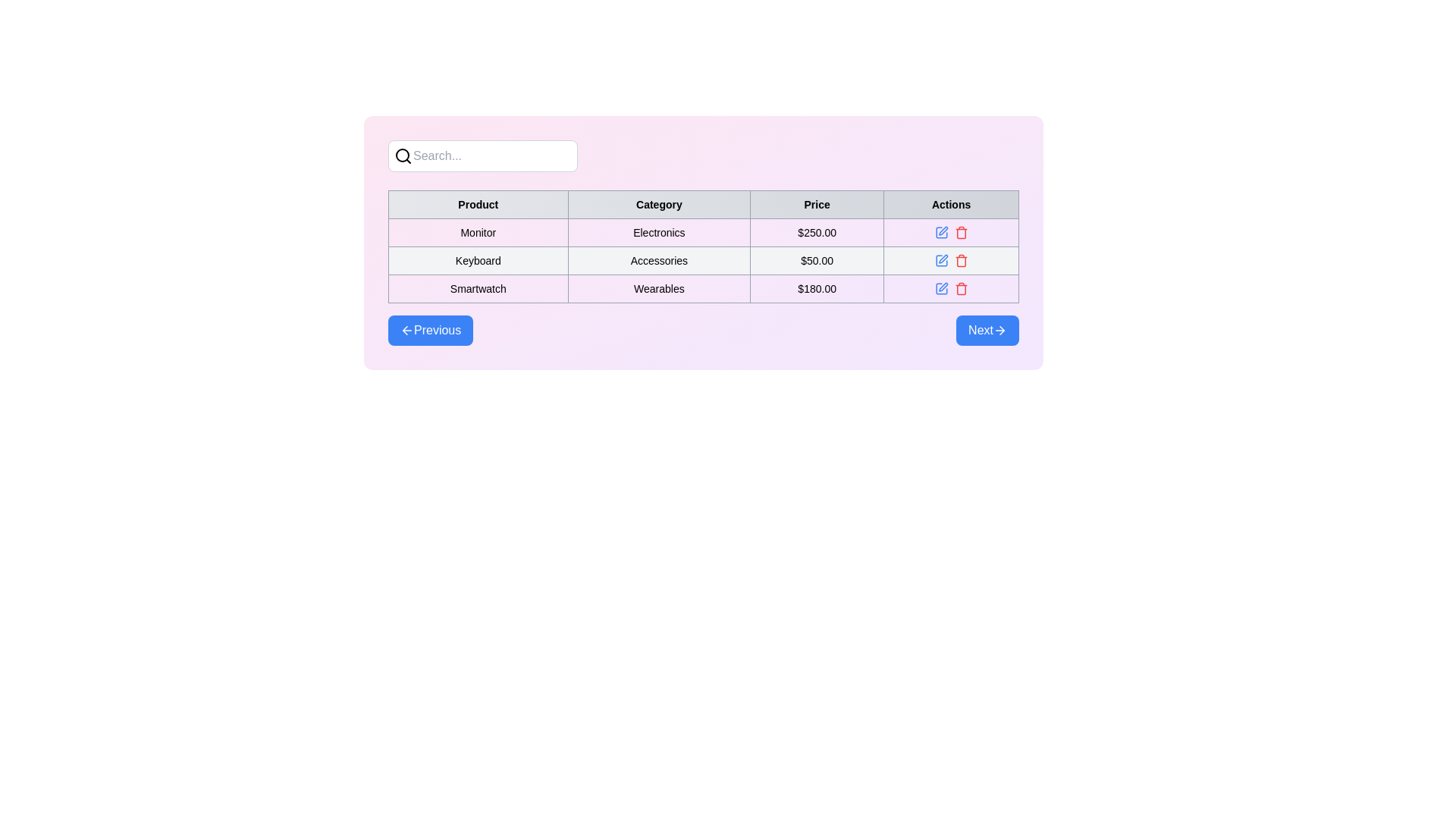 The height and width of the screenshot is (819, 1456). I want to click on the label indicating the product name 'Monitor' in the first column of the product table, so click(477, 233).